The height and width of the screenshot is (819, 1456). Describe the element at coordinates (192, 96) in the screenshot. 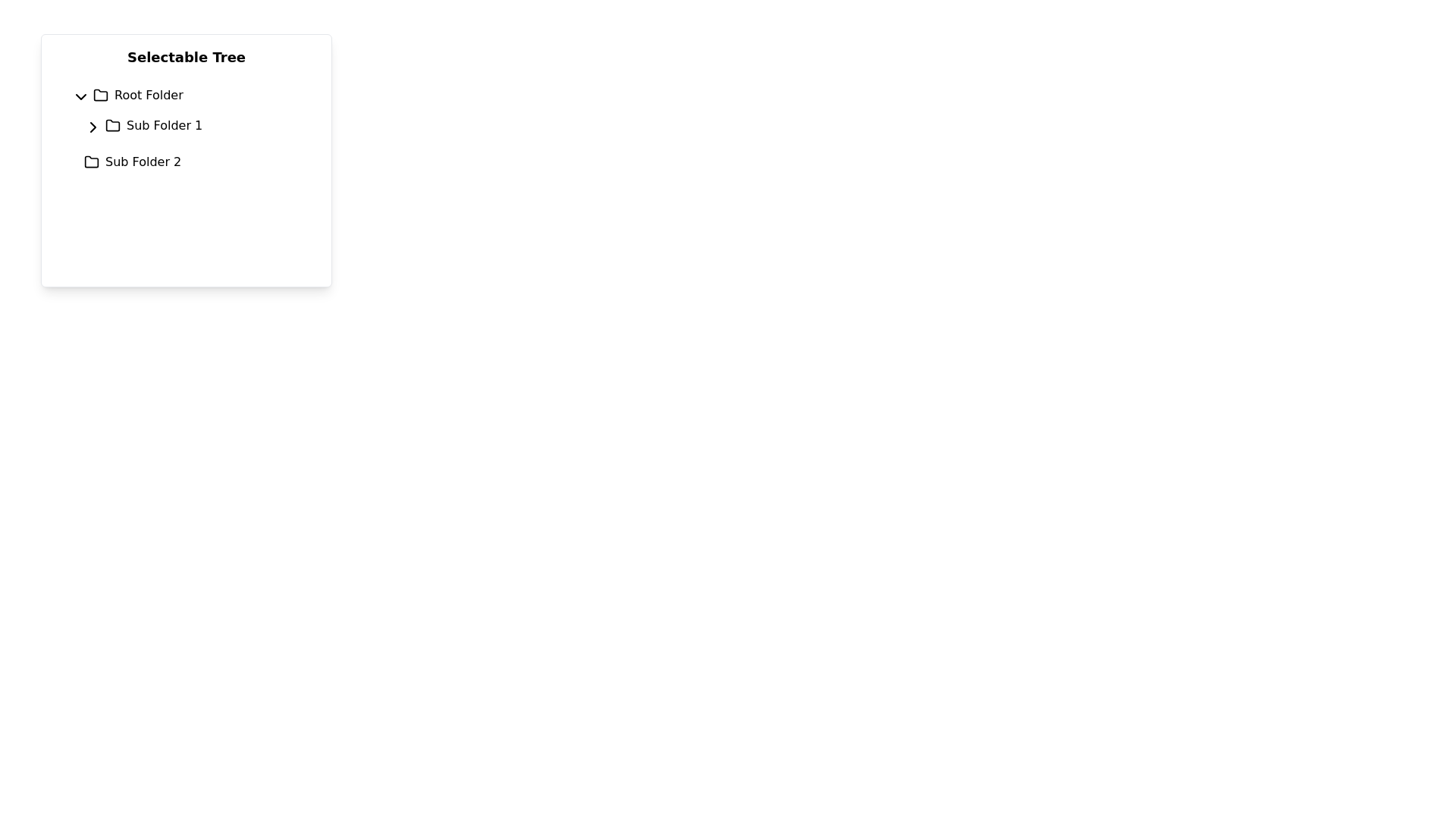

I see `the root node of the tree structure` at that location.